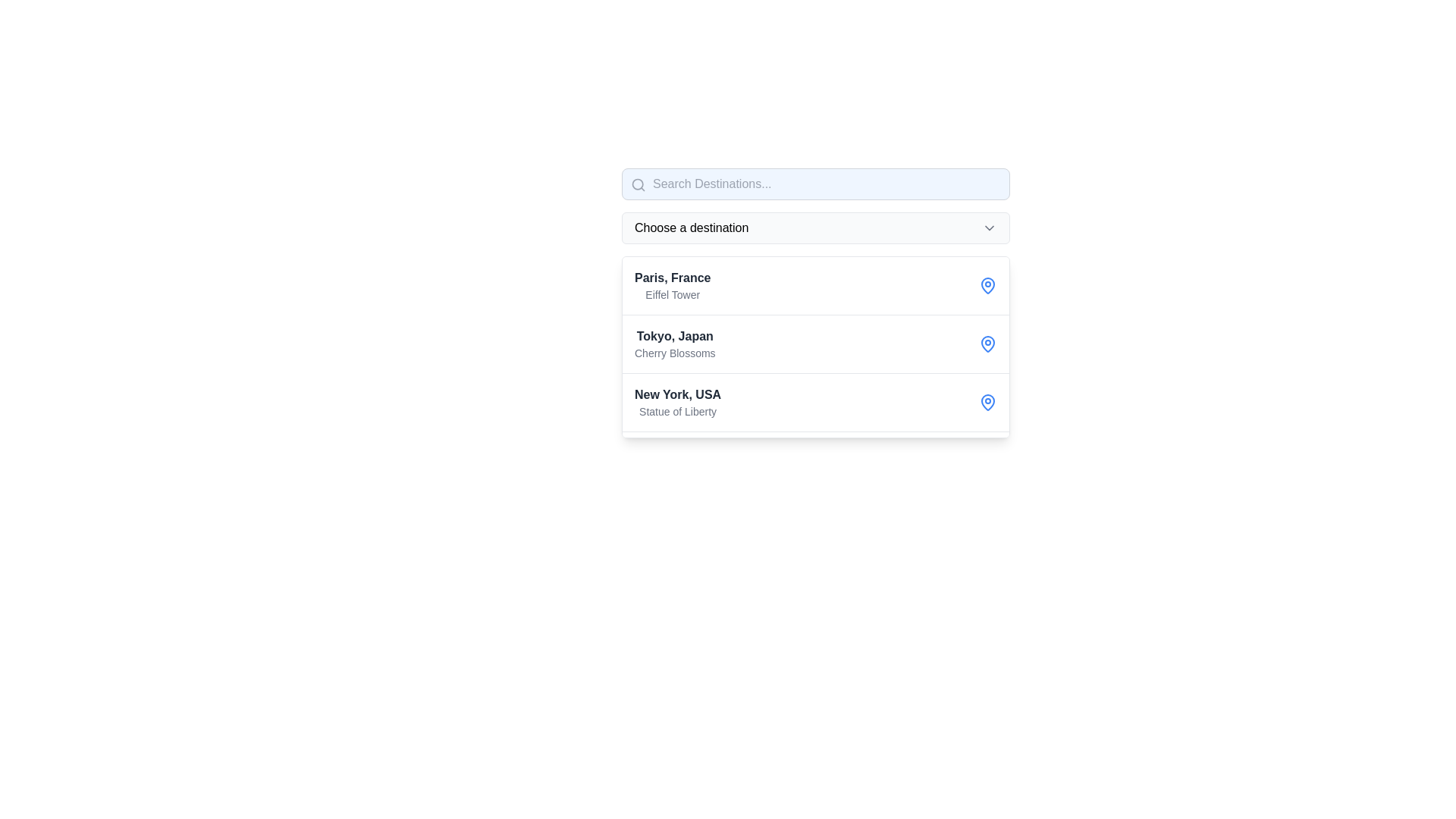 Image resolution: width=1456 pixels, height=819 pixels. Describe the element at coordinates (987, 344) in the screenshot. I see `the blue outline map pin icon located at the rightmost part of the 'Tokyo, Japan' list item, just after the text 'Cherry Blossoms' to visually associate it with the list item` at that location.